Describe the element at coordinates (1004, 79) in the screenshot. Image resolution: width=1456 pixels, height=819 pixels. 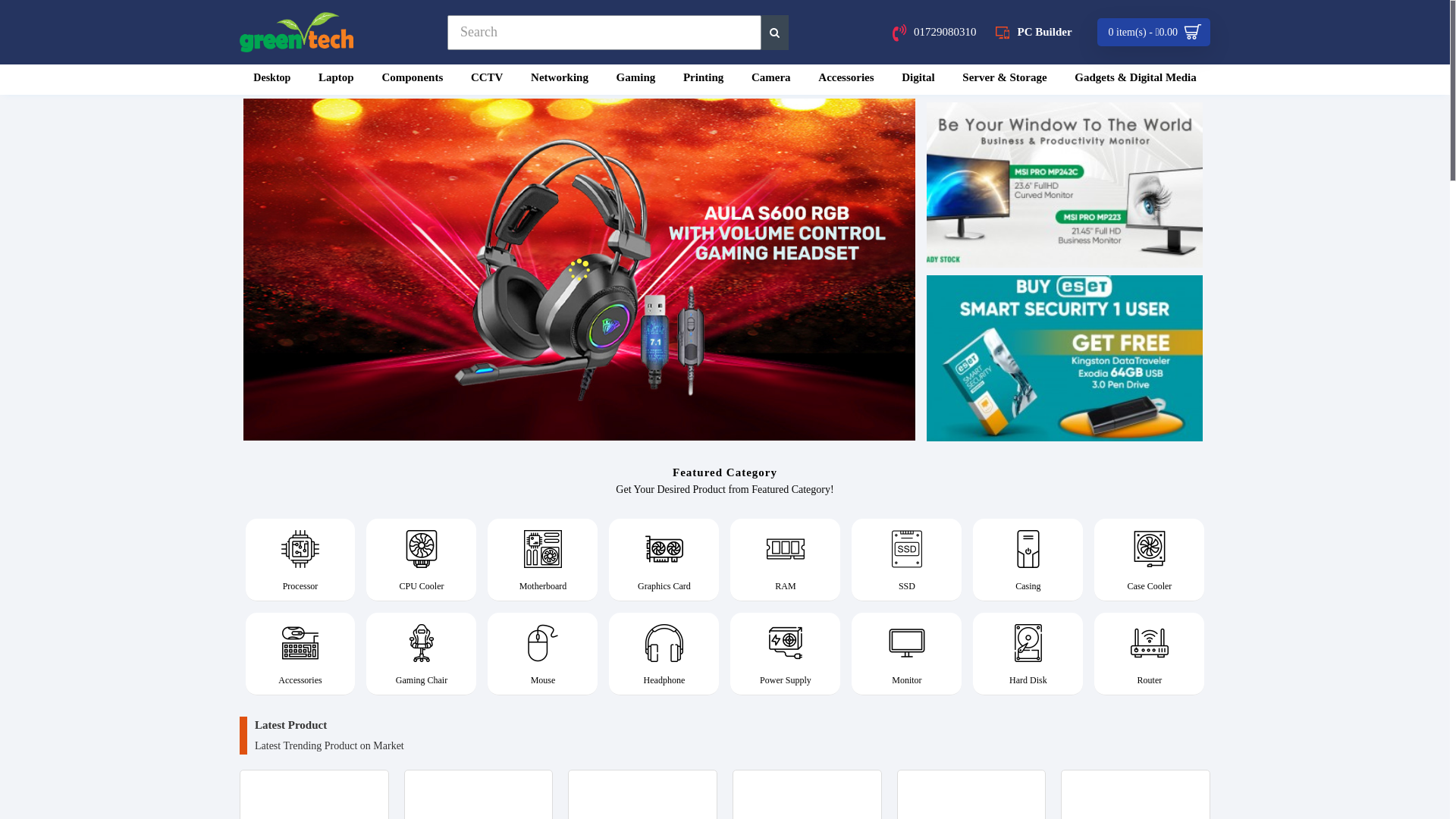
I see `'Server & Storage'` at that location.